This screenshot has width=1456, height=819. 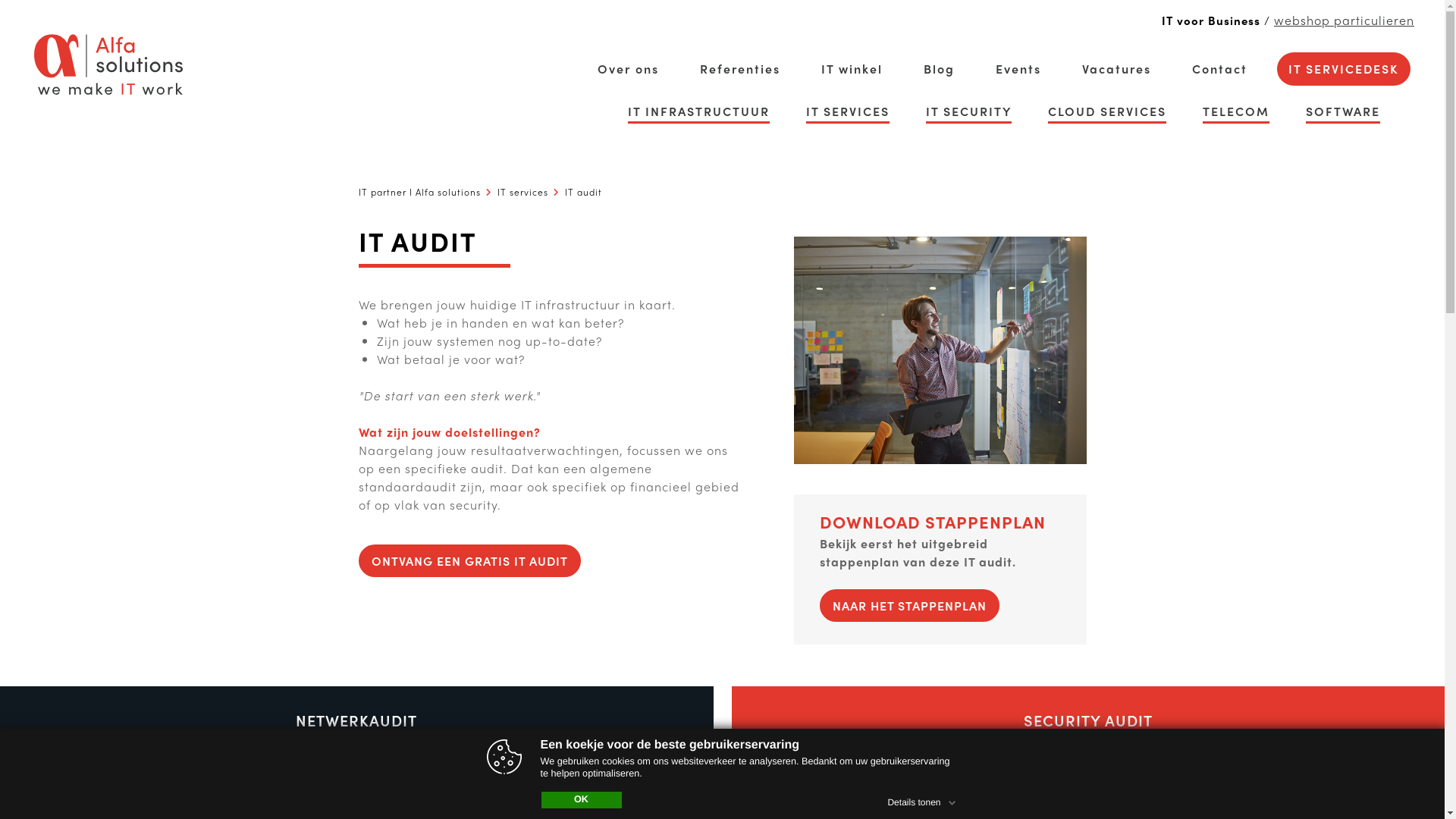 I want to click on 'IT audit', so click(x=582, y=191).